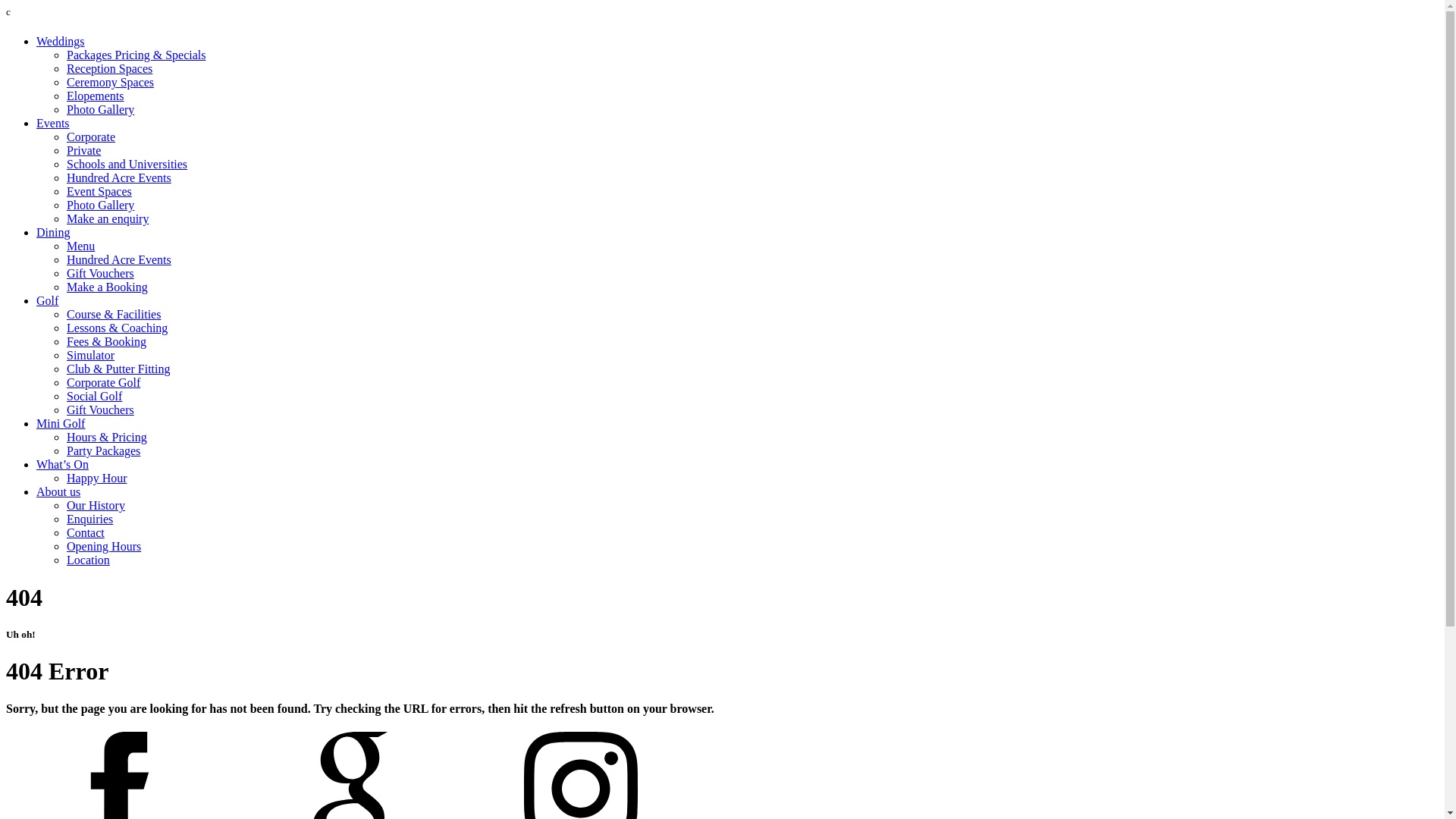 Image resolution: width=1456 pixels, height=819 pixels. Describe the element at coordinates (80, 245) in the screenshot. I see `'Menu'` at that location.